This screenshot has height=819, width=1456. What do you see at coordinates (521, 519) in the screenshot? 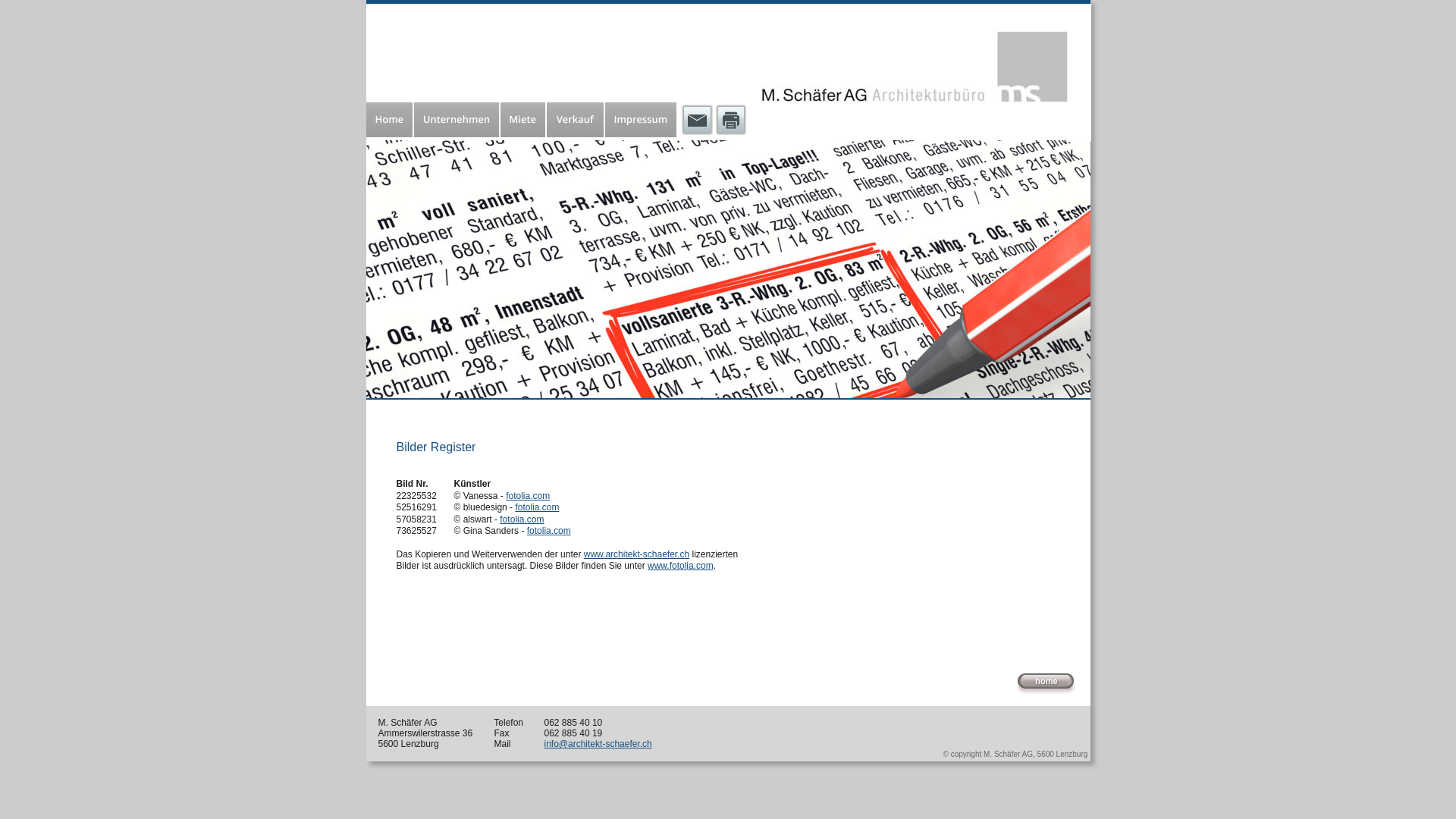
I see `'fotolia.com'` at bounding box center [521, 519].